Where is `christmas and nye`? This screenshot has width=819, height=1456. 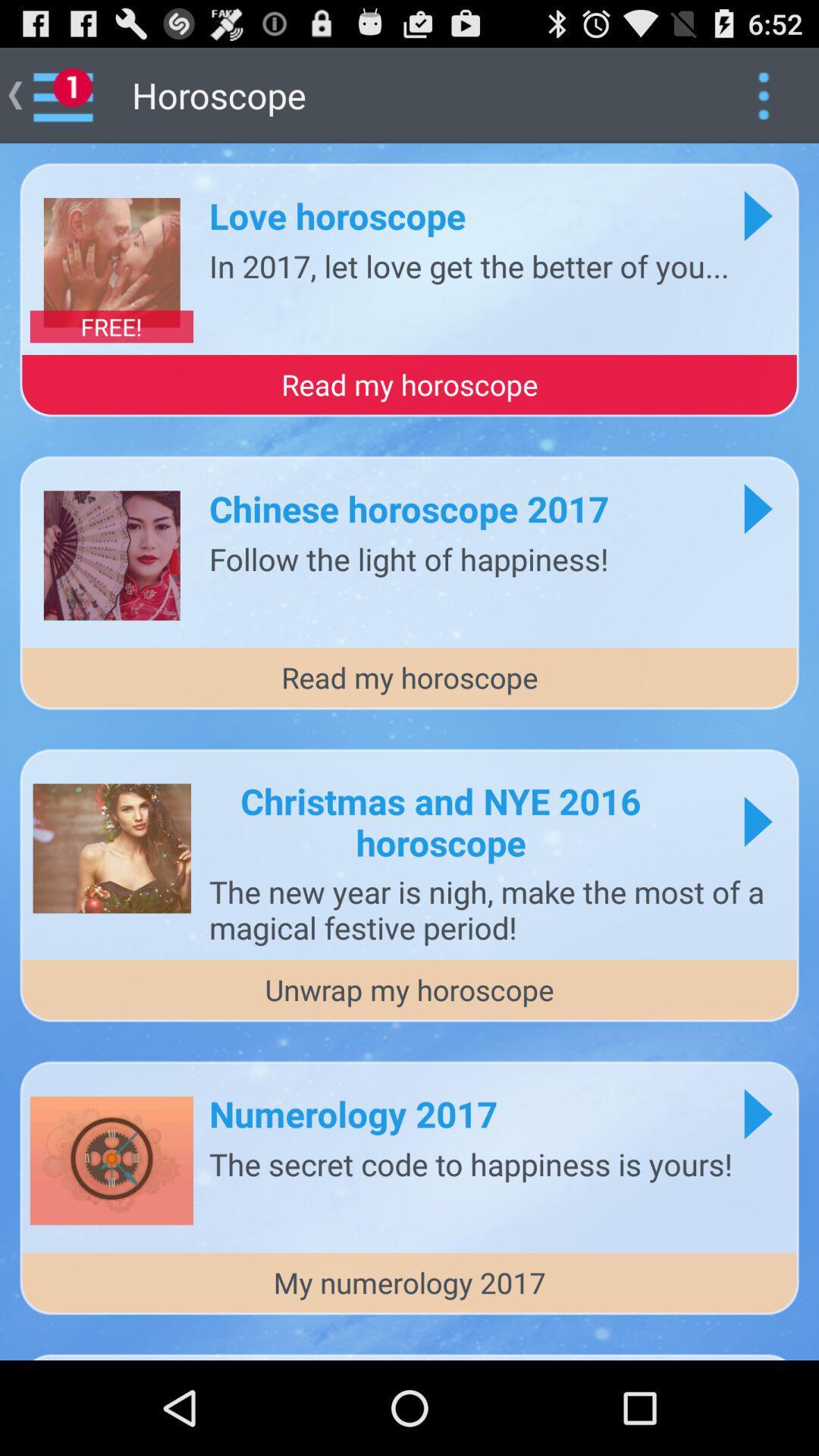 christmas and nye is located at coordinates (441, 821).